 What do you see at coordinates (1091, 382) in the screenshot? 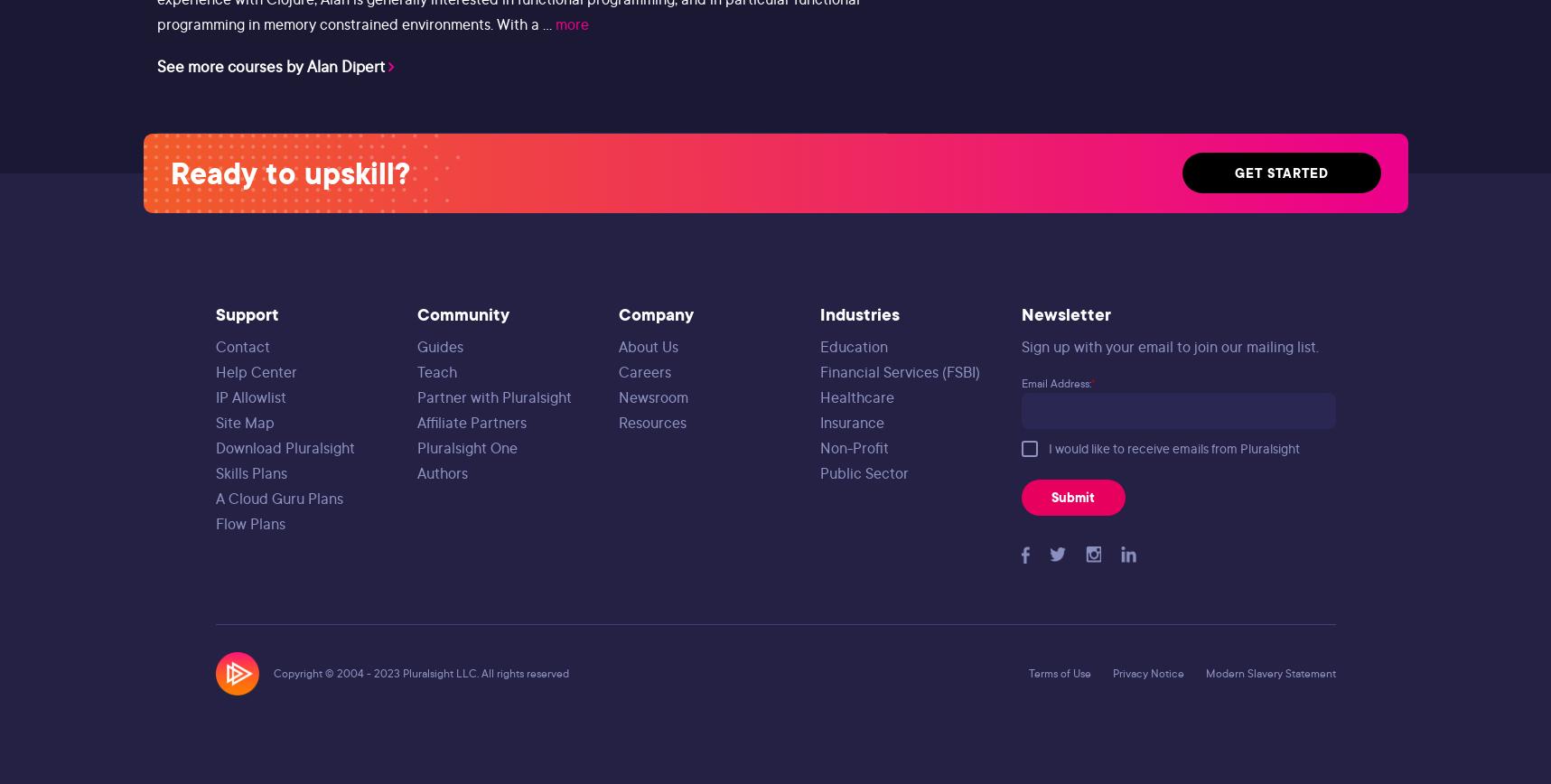
I see `'*'` at bounding box center [1091, 382].